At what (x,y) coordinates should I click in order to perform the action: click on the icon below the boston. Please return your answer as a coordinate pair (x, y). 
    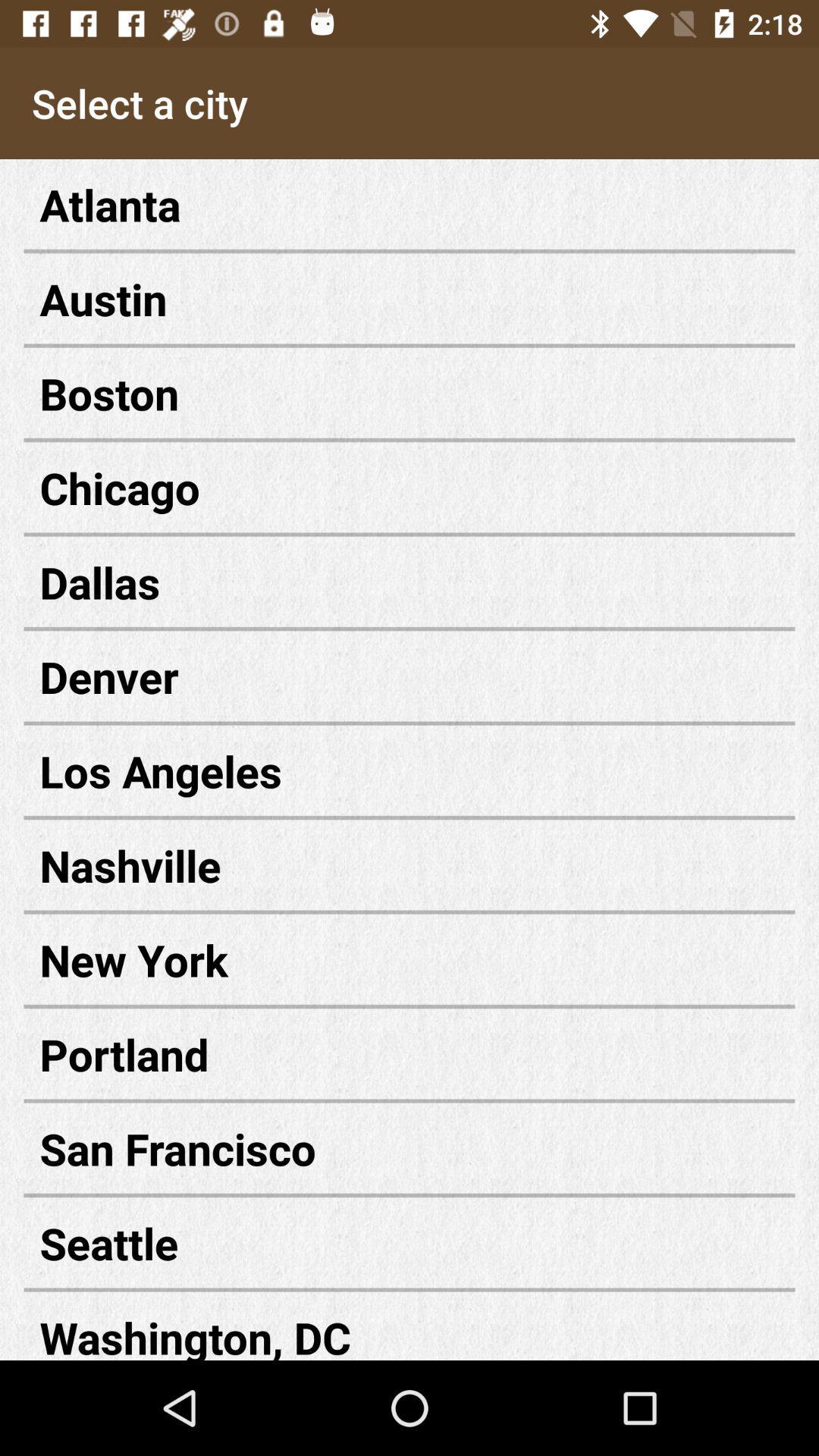
    Looking at the image, I should click on (409, 488).